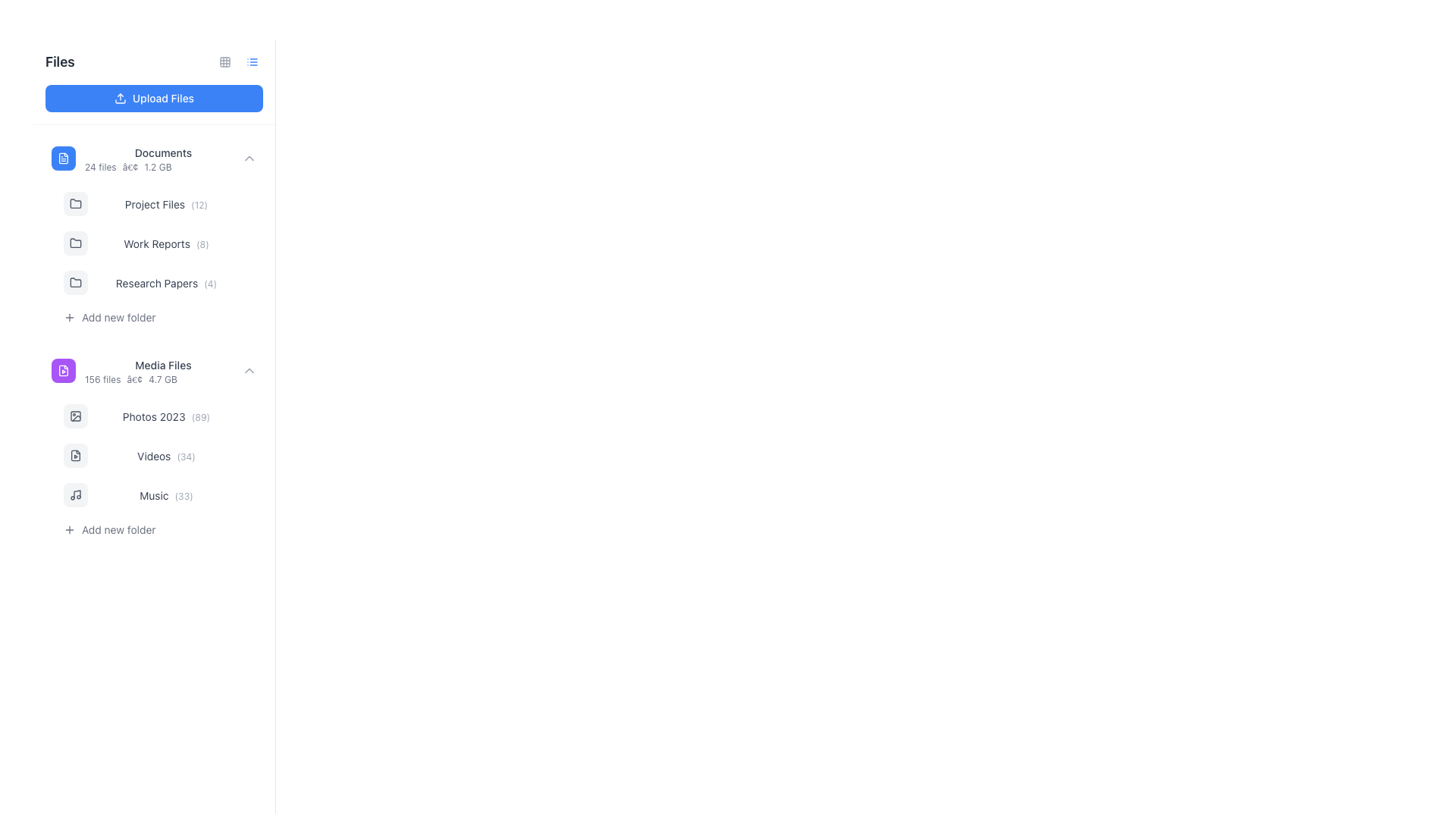 The width and height of the screenshot is (1456, 819). What do you see at coordinates (154, 455) in the screenshot?
I see `the Text label in the left-side hierarchical navigation menu that categorizes files, located under 'Media Files' and positioned second after 'Photos 2023'` at bounding box center [154, 455].